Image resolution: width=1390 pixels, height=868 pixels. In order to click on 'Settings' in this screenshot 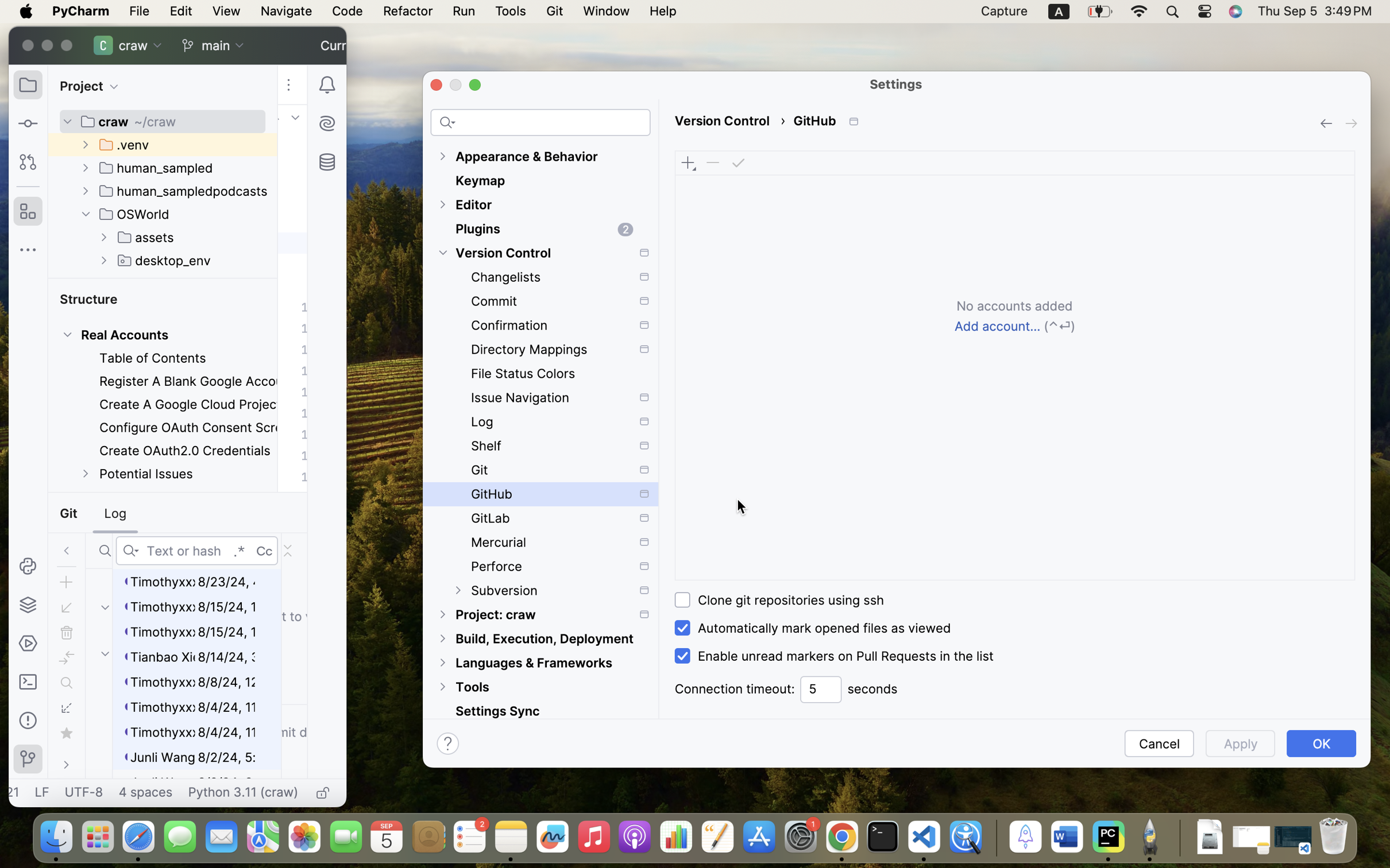, I will do `click(896, 83)`.